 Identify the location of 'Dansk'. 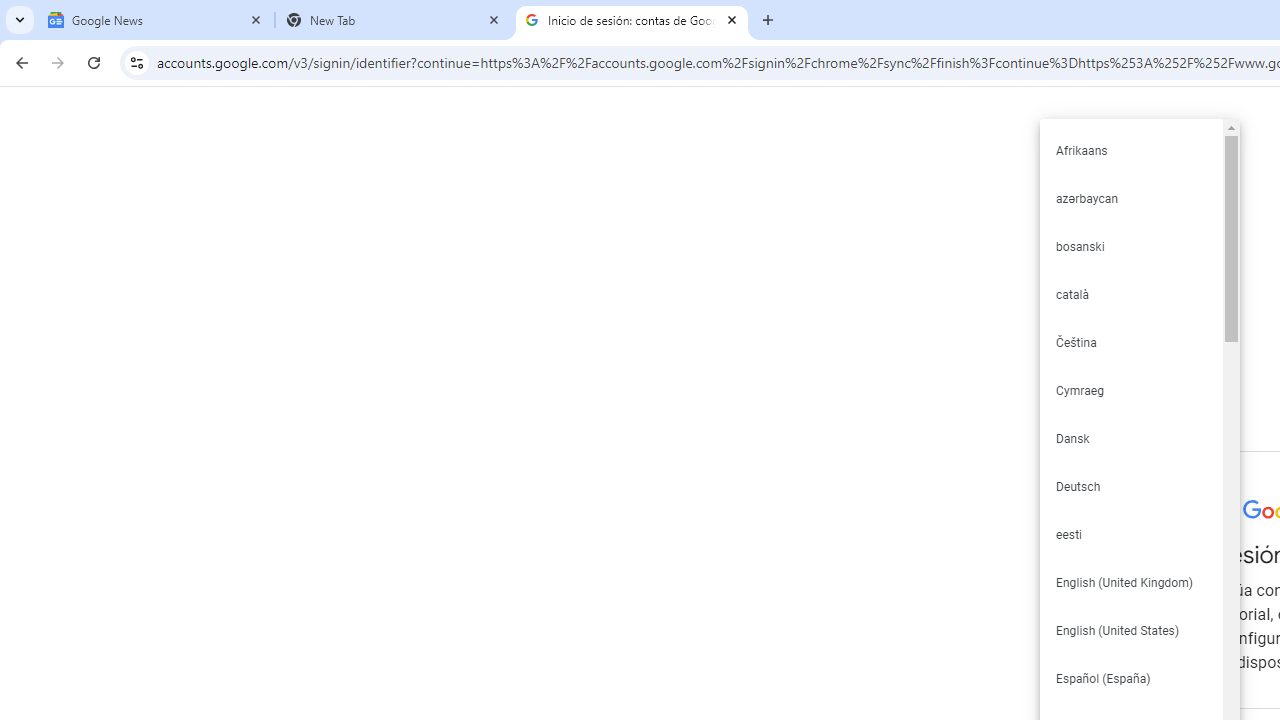
(1130, 437).